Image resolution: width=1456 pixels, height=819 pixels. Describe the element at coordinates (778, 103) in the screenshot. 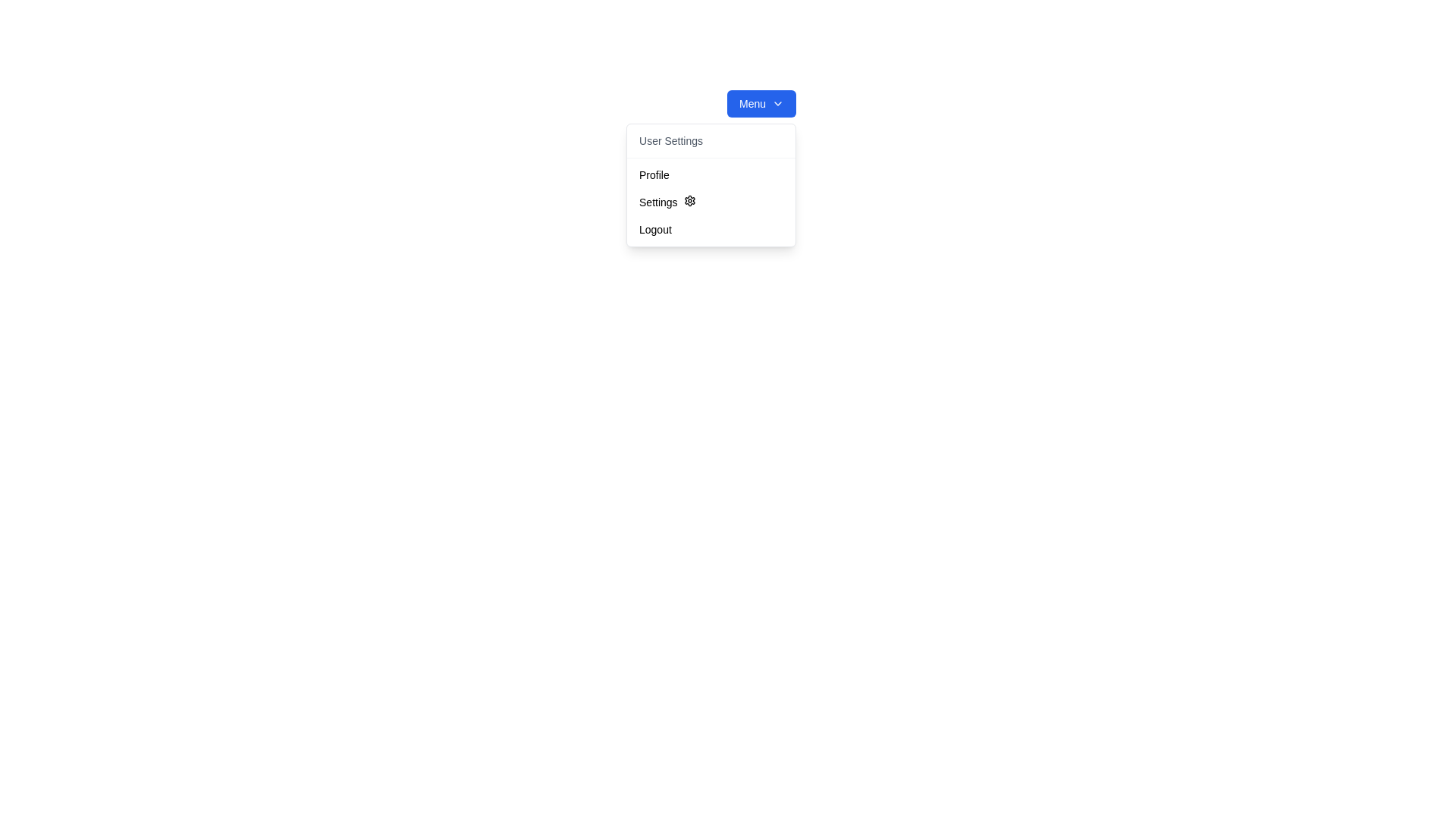

I see `the chevron icon located on the right side of the 'Menu' button` at that location.